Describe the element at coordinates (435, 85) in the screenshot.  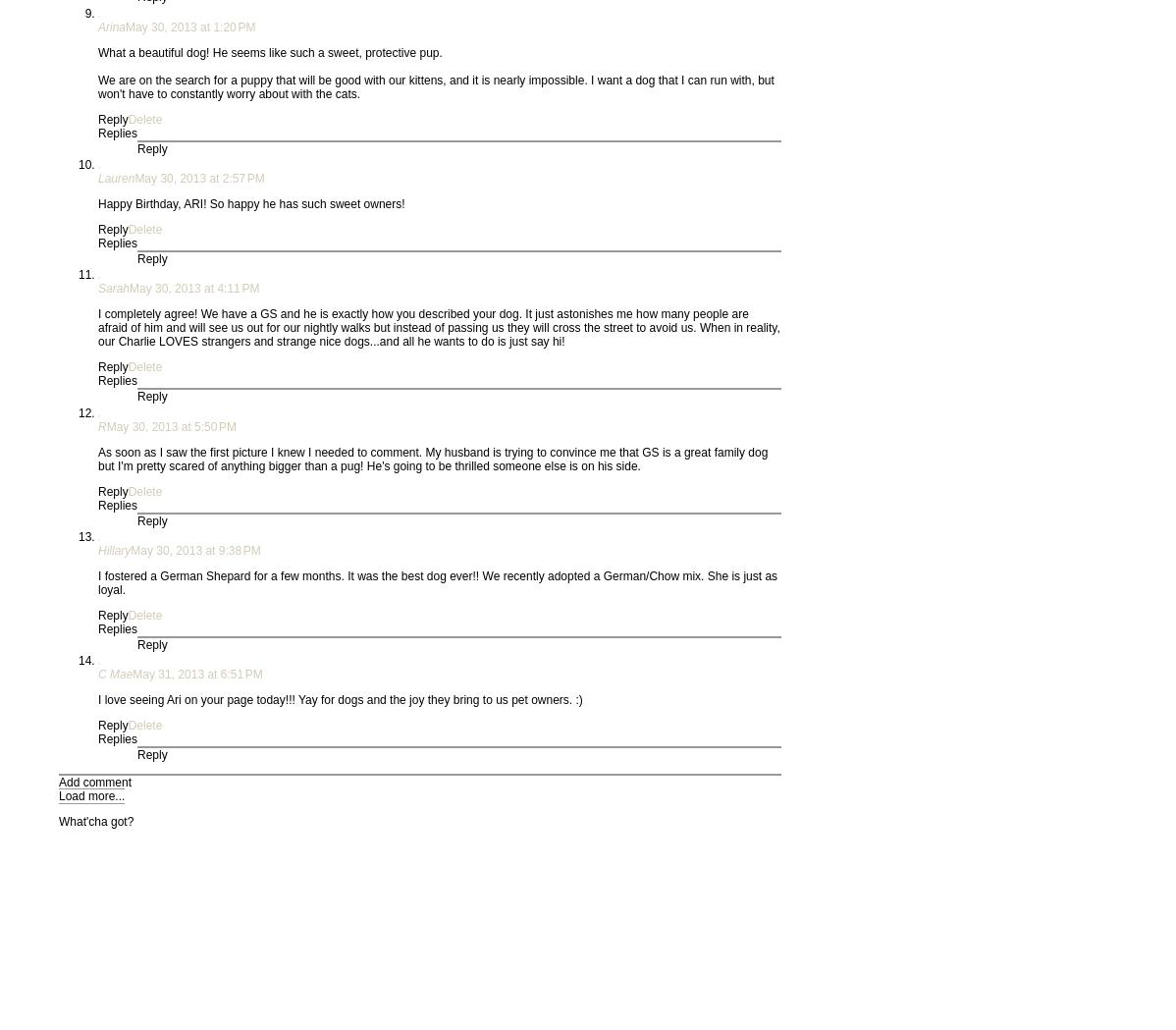
I see `'We are on the search for a puppy that will be good with our kittens, and it is nearly impossible. I want a dog that I can run with, but won't have to constantly worry about with the cats.'` at that location.